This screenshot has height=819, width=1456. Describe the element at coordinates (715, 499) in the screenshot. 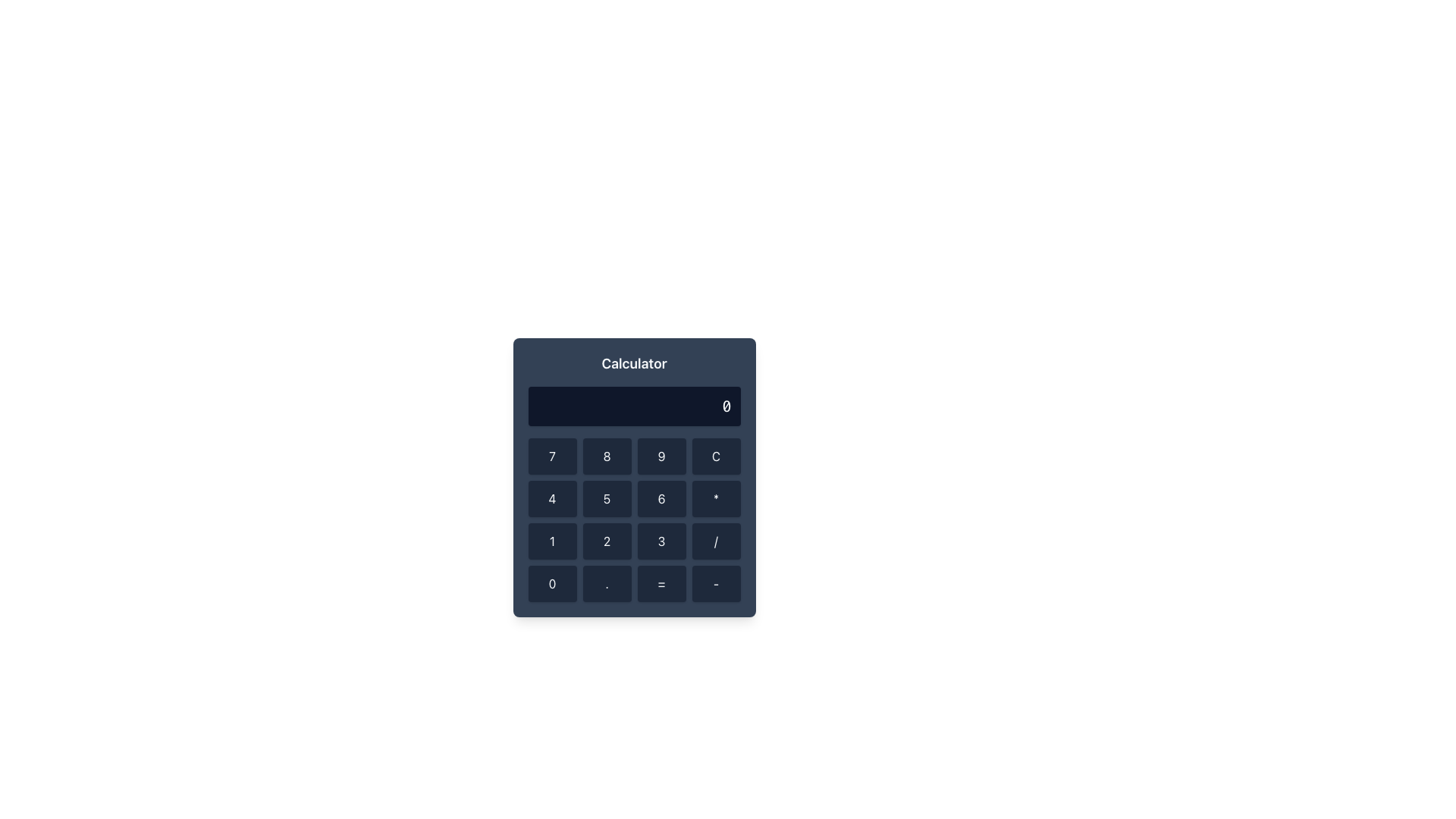

I see `the square-shaped button with an asterisk '*' on a dark slate background, located in the second row and fourth column of the calculator keypad to input the '*' operator` at that location.